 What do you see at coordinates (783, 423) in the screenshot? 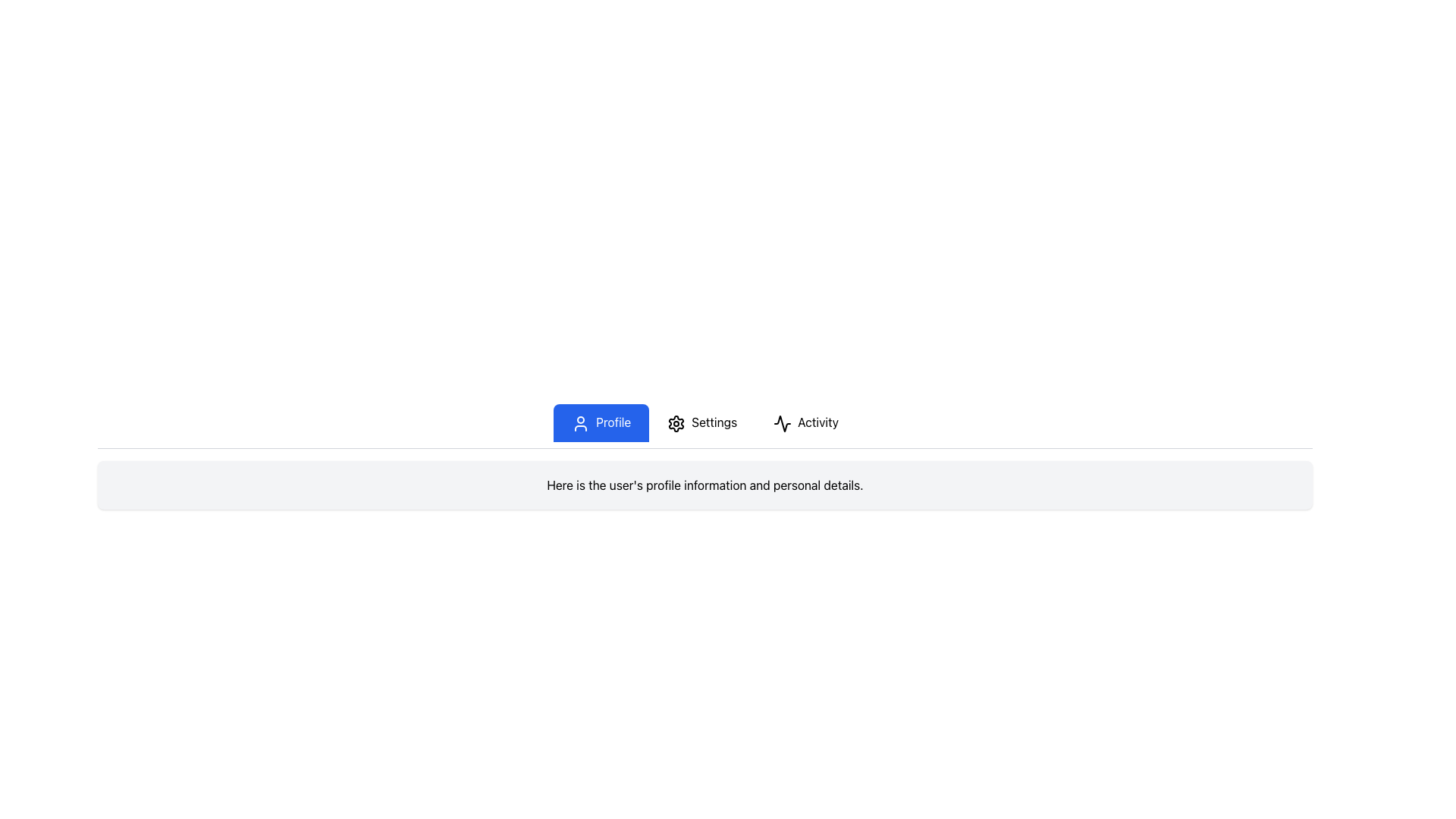
I see `the visual design of the activity waveform icon located next to the 'Activity' label in the tab layout header` at bounding box center [783, 423].